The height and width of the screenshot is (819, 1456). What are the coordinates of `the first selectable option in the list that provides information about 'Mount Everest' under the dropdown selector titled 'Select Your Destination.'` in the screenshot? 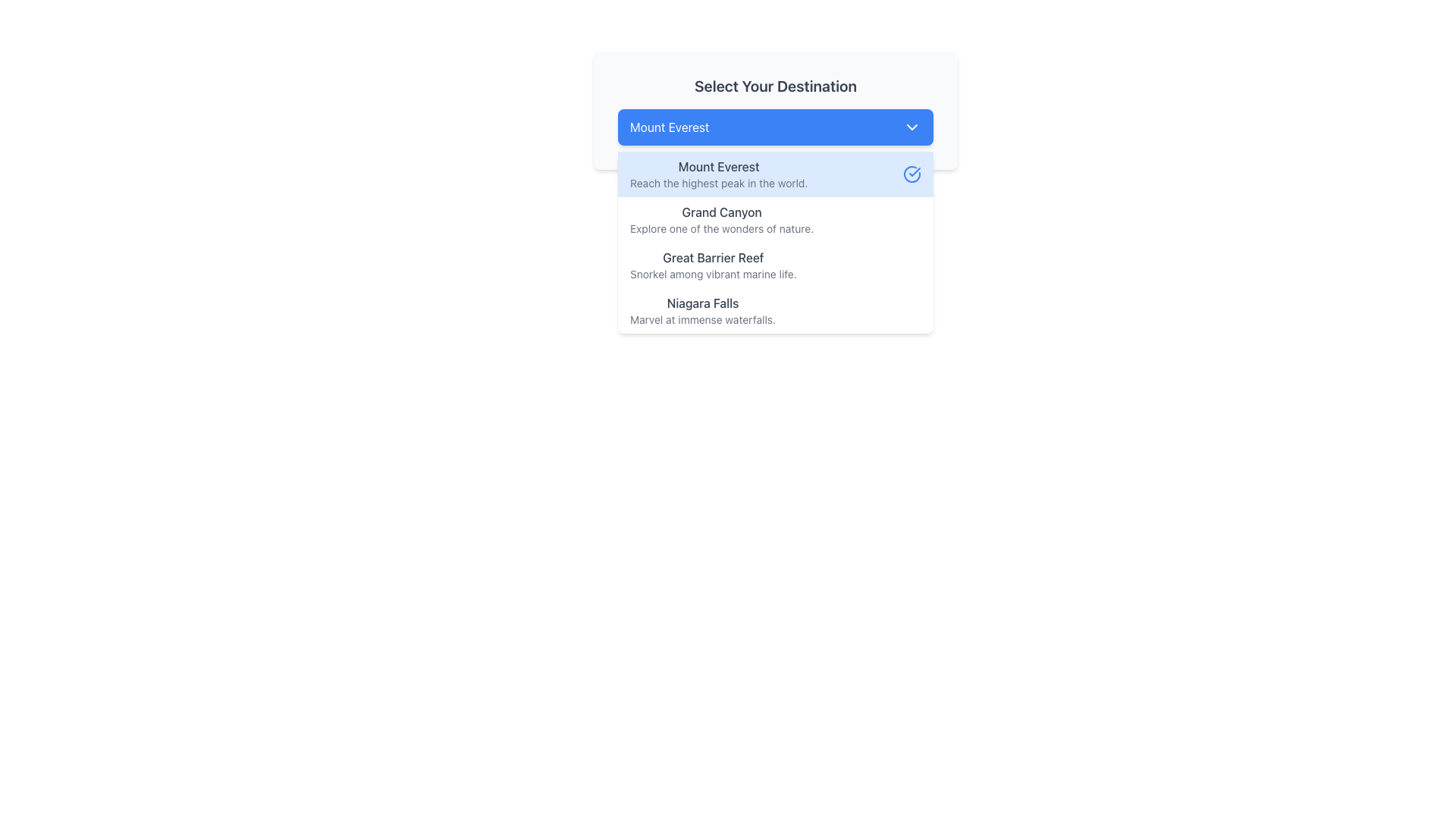 It's located at (718, 174).